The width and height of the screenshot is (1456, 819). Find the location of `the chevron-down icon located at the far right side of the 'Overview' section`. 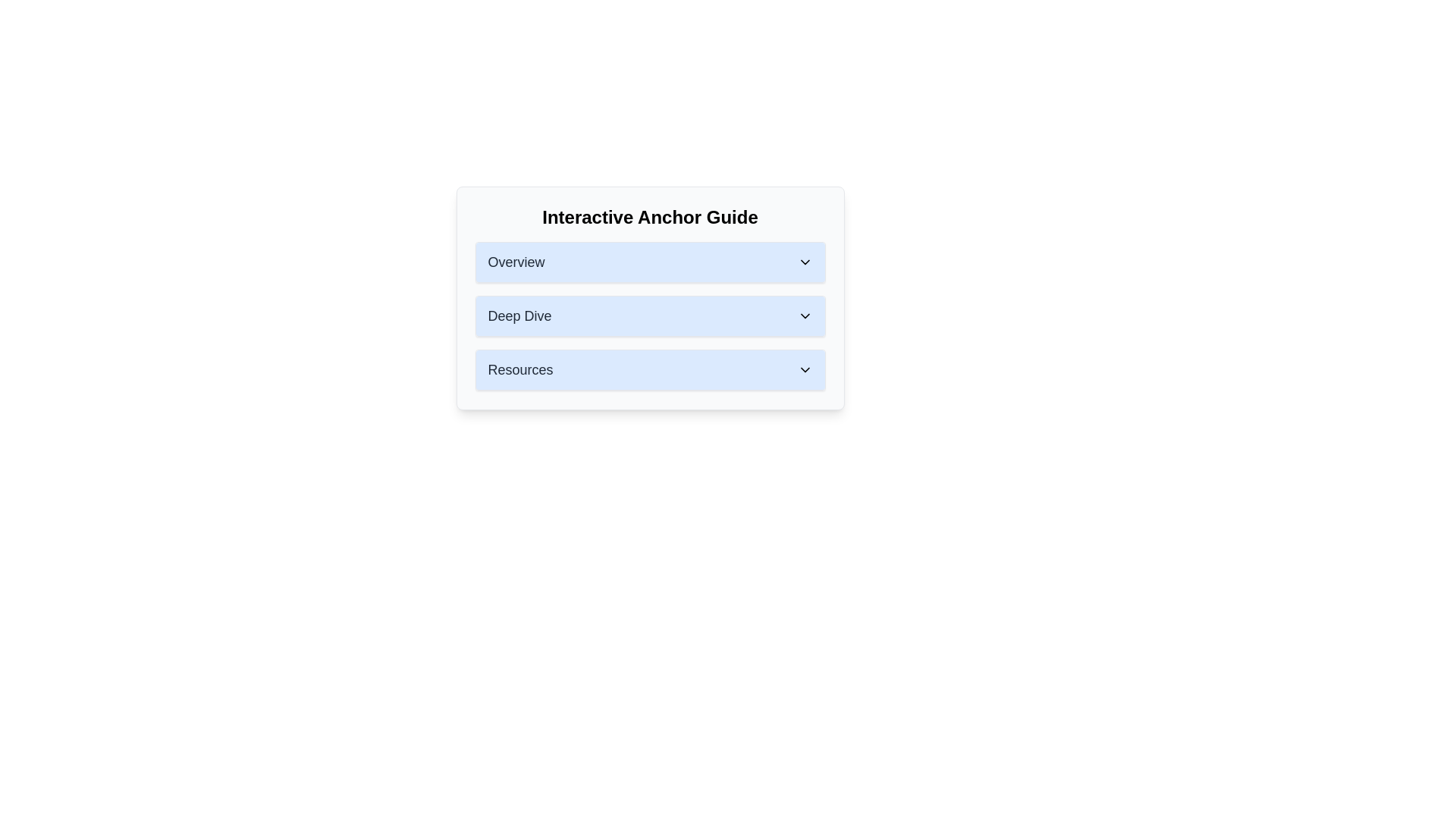

the chevron-down icon located at the far right side of the 'Overview' section is located at coordinates (804, 262).